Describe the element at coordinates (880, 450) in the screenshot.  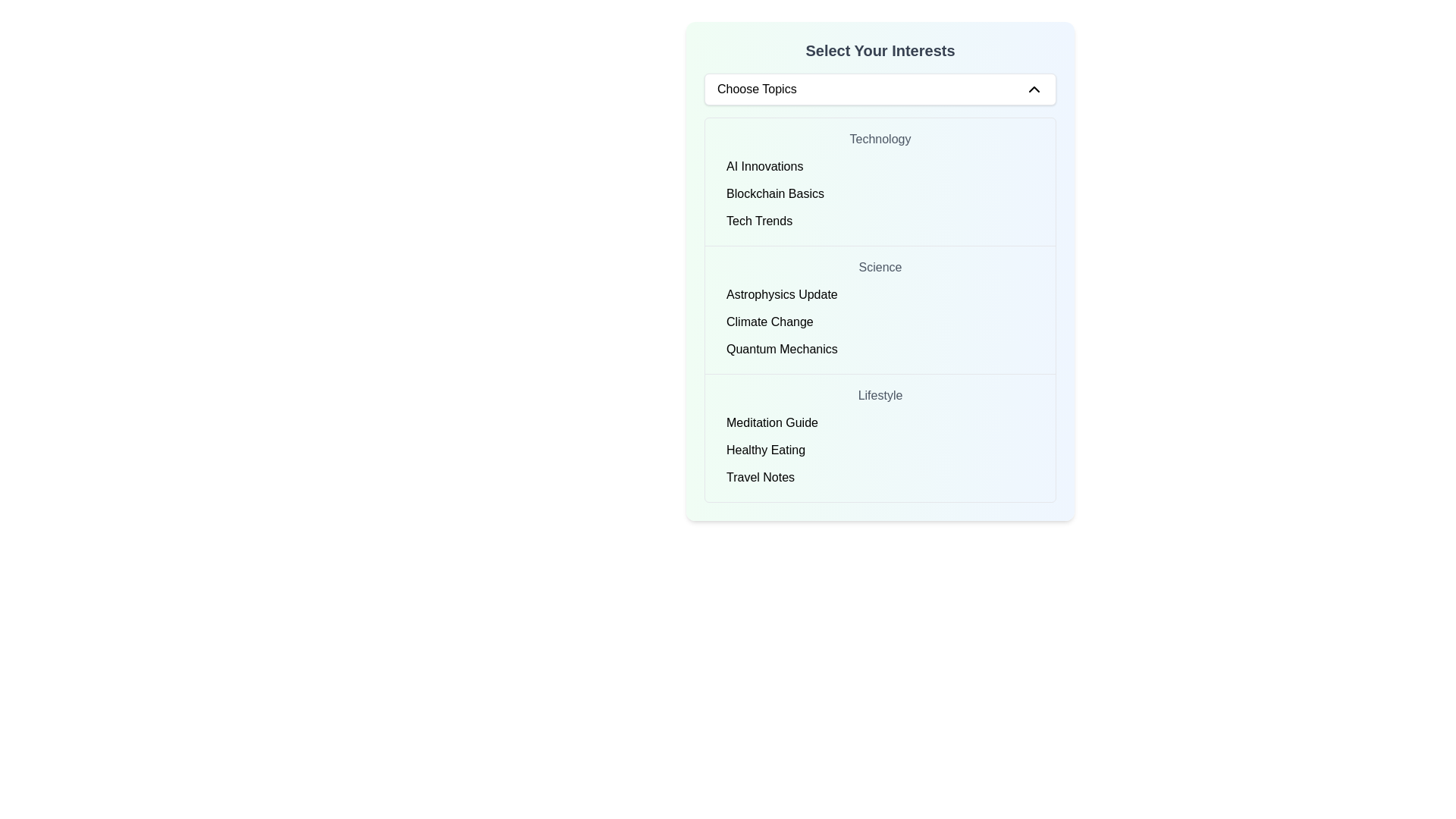
I see `the selectable list item labeled 'Healthy Eating', which is the second item under the 'Lifestyle' section` at that location.